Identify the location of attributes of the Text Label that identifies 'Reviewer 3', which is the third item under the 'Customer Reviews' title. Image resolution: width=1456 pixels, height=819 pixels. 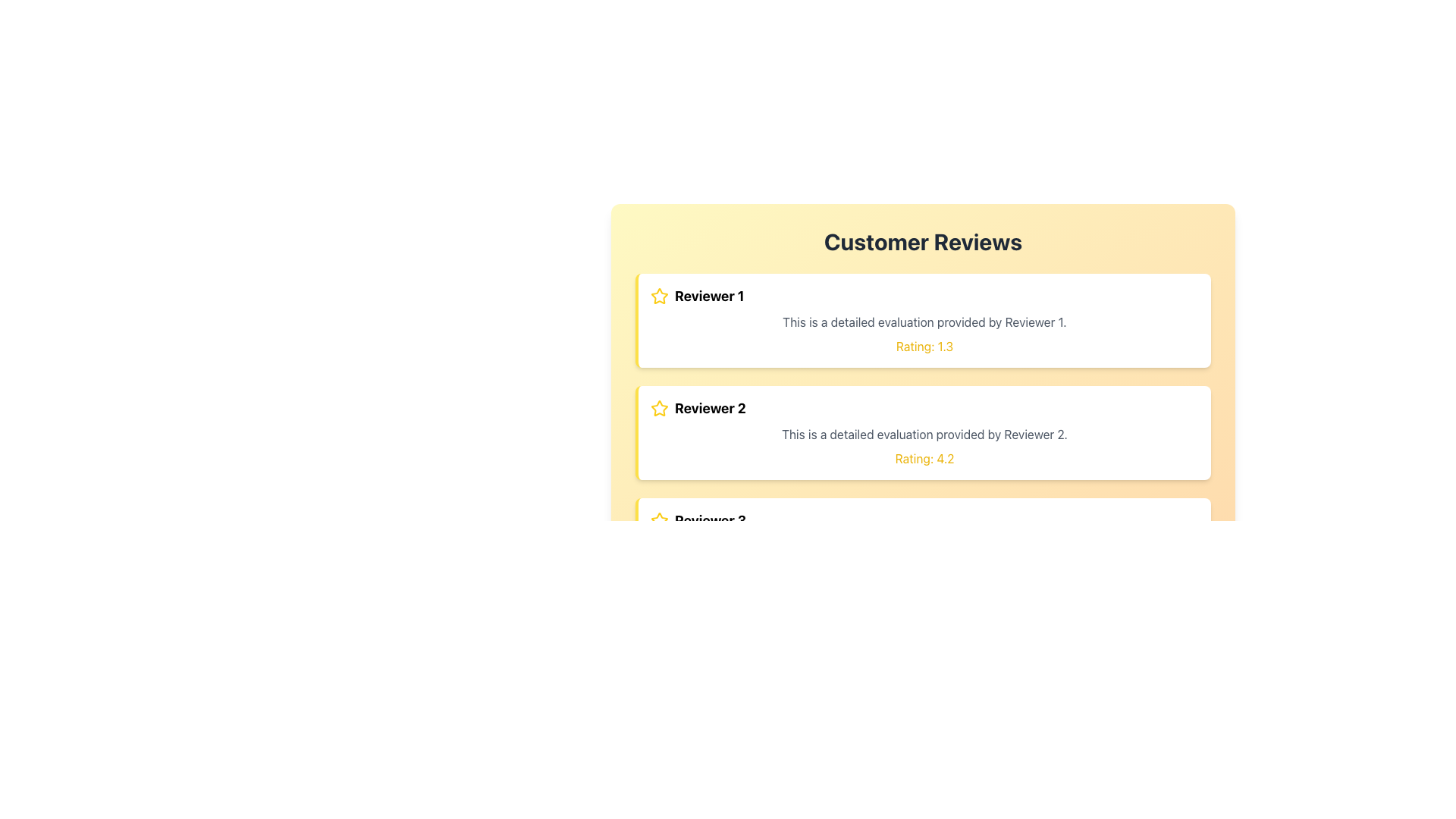
(710, 519).